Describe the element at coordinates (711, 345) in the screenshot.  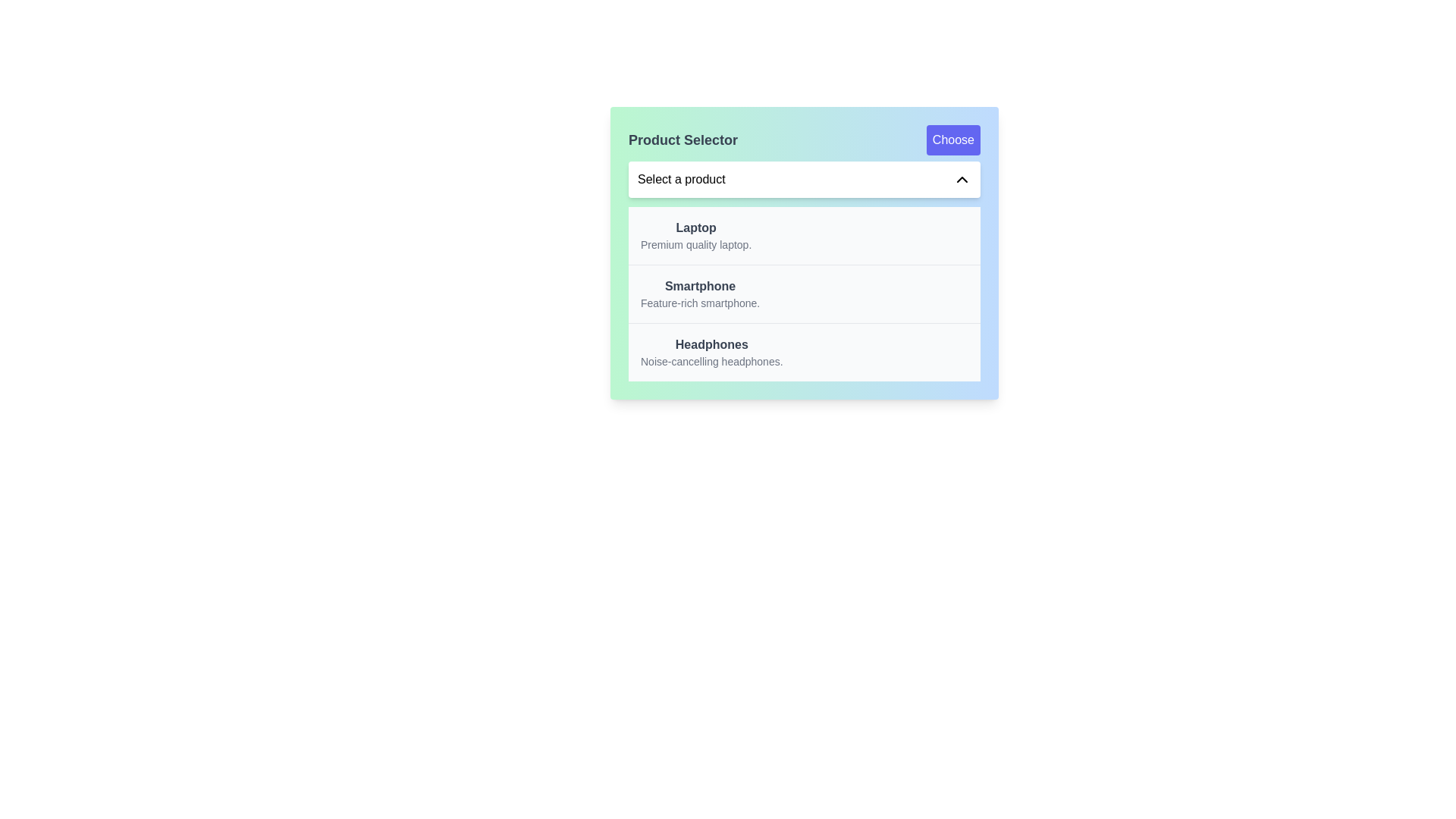
I see `the 'Headphones' text label, which serves as a heading to identify this product option within the product selection interface` at that location.